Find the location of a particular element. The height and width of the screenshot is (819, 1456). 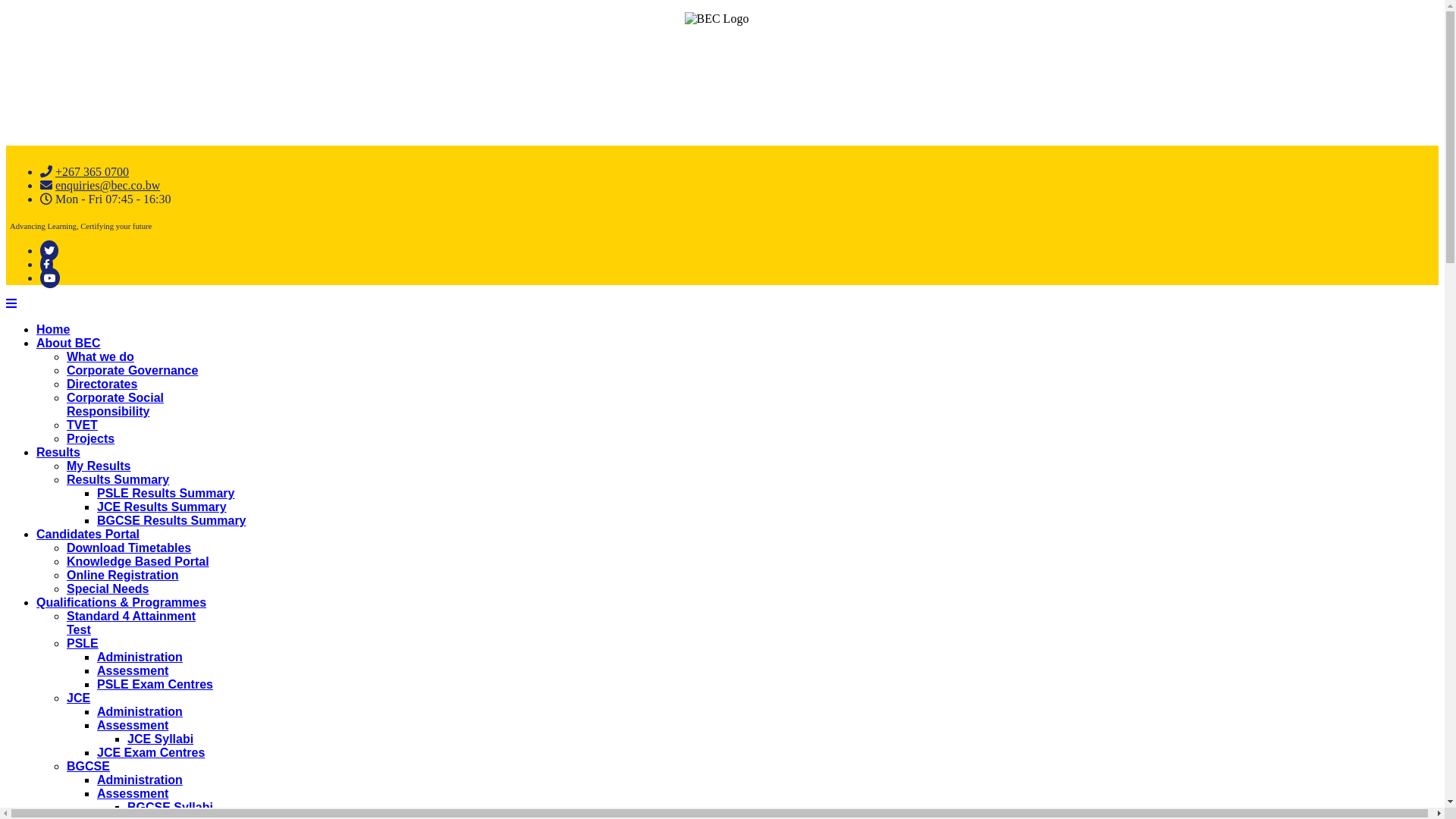

'Qualifications & Programmes' is located at coordinates (120, 601).